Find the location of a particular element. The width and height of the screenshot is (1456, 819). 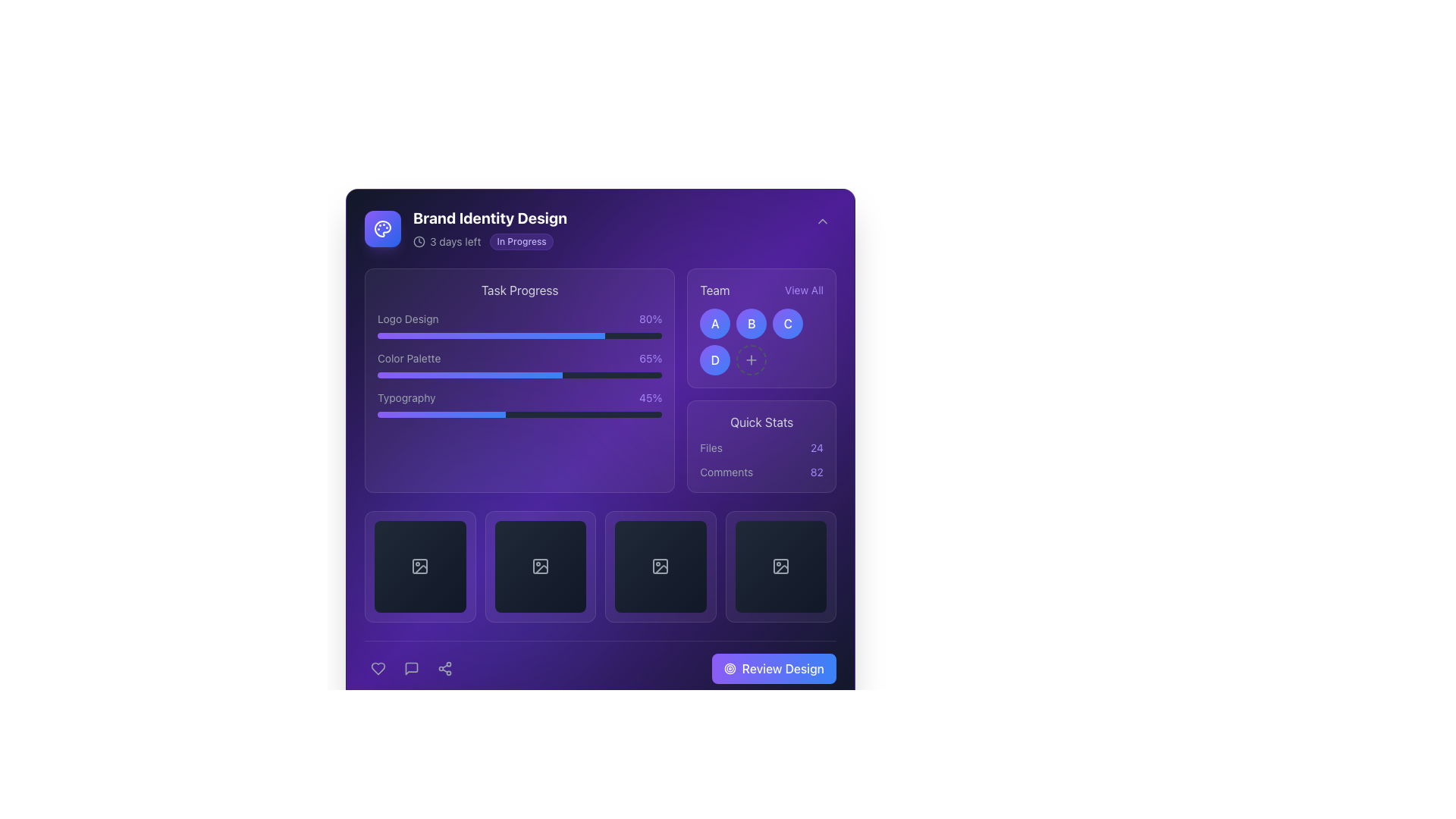

the first icon resembling a picture or image symbol, styled in light gray, located near the bottom-center of the design interface is located at coordinates (420, 566).